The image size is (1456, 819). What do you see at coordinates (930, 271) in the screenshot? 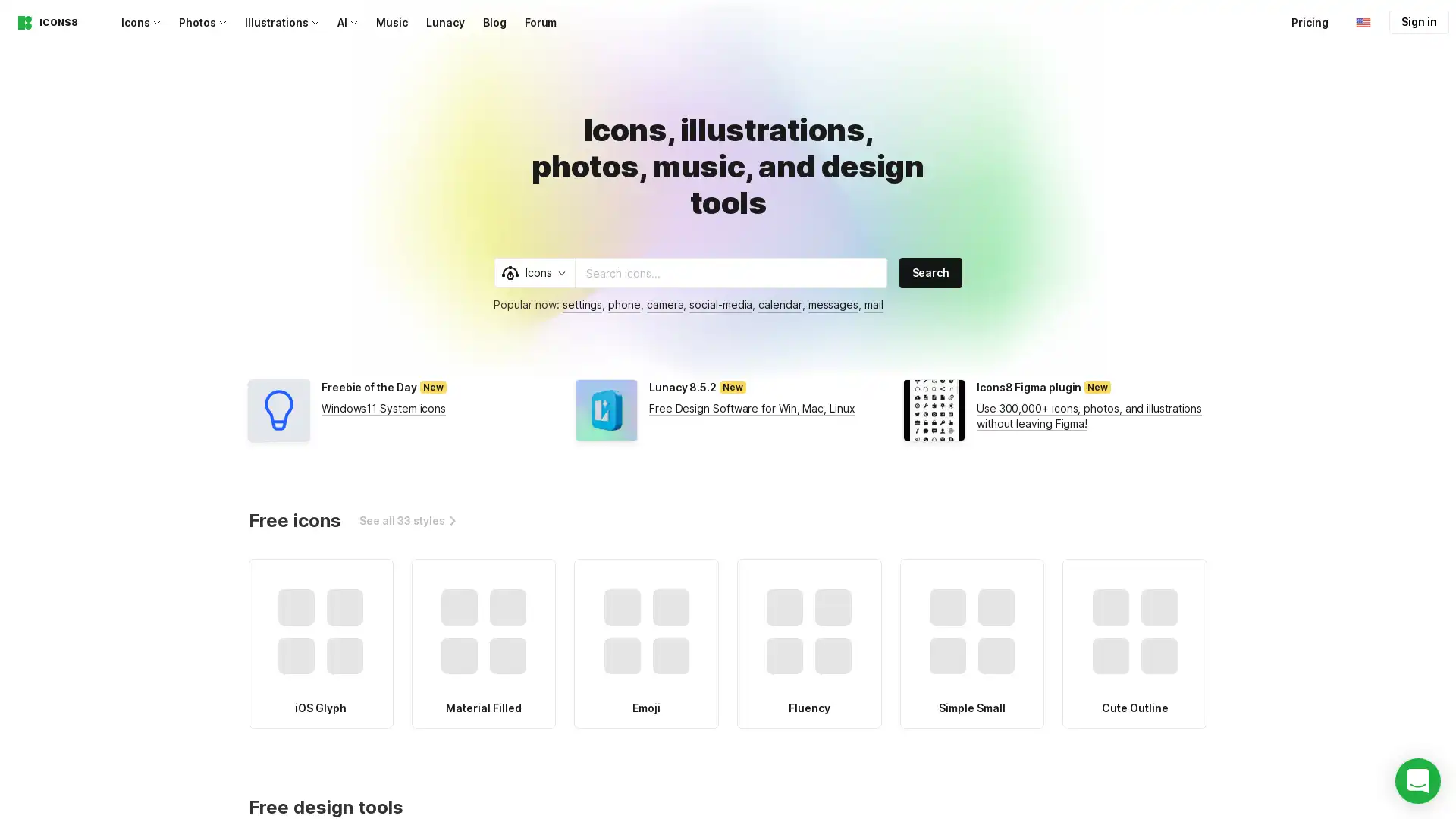
I see `Search` at bounding box center [930, 271].